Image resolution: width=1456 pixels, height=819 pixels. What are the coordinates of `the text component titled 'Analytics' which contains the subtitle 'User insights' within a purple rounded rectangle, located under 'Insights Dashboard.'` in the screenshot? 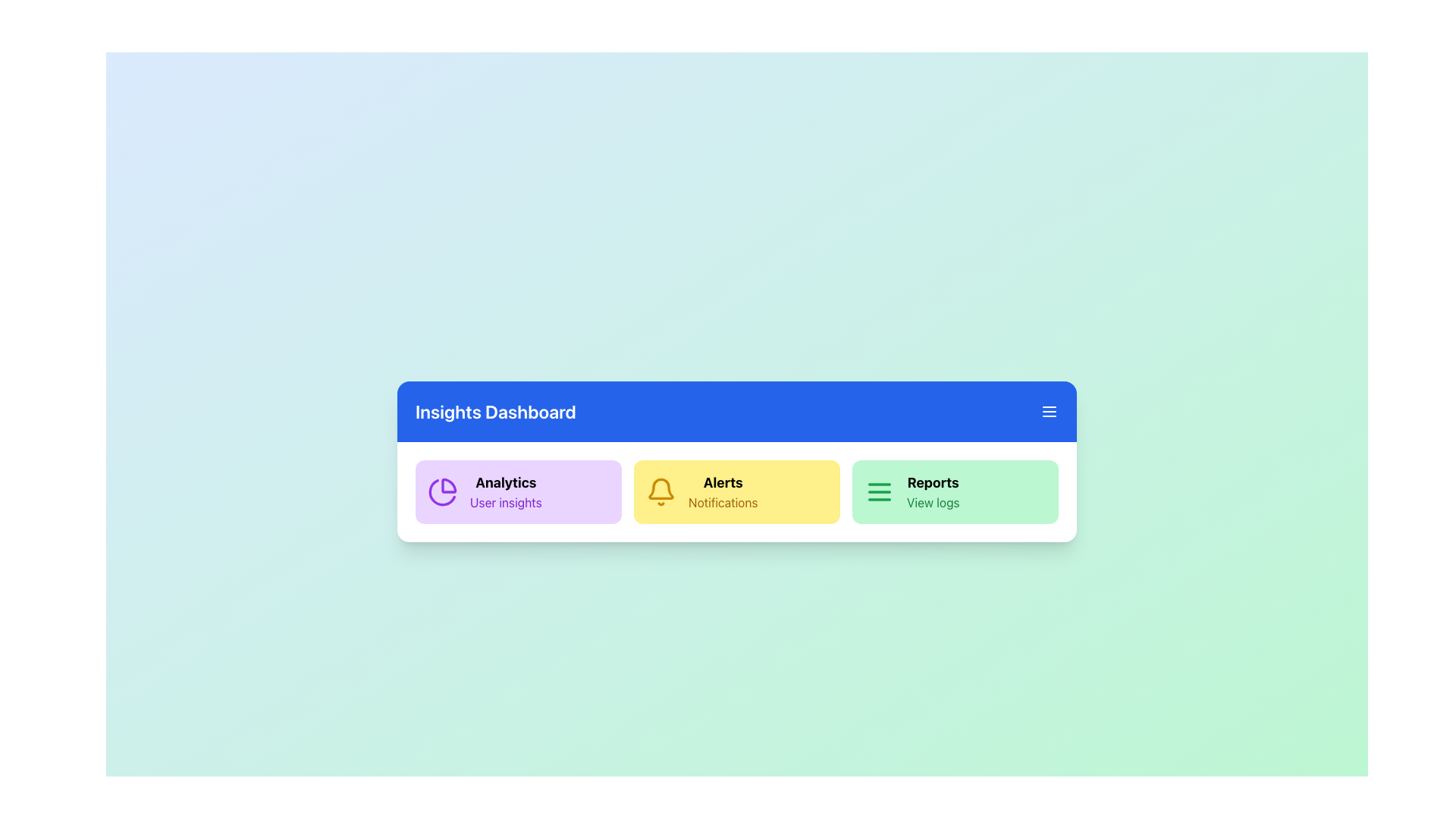 It's located at (506, 491).